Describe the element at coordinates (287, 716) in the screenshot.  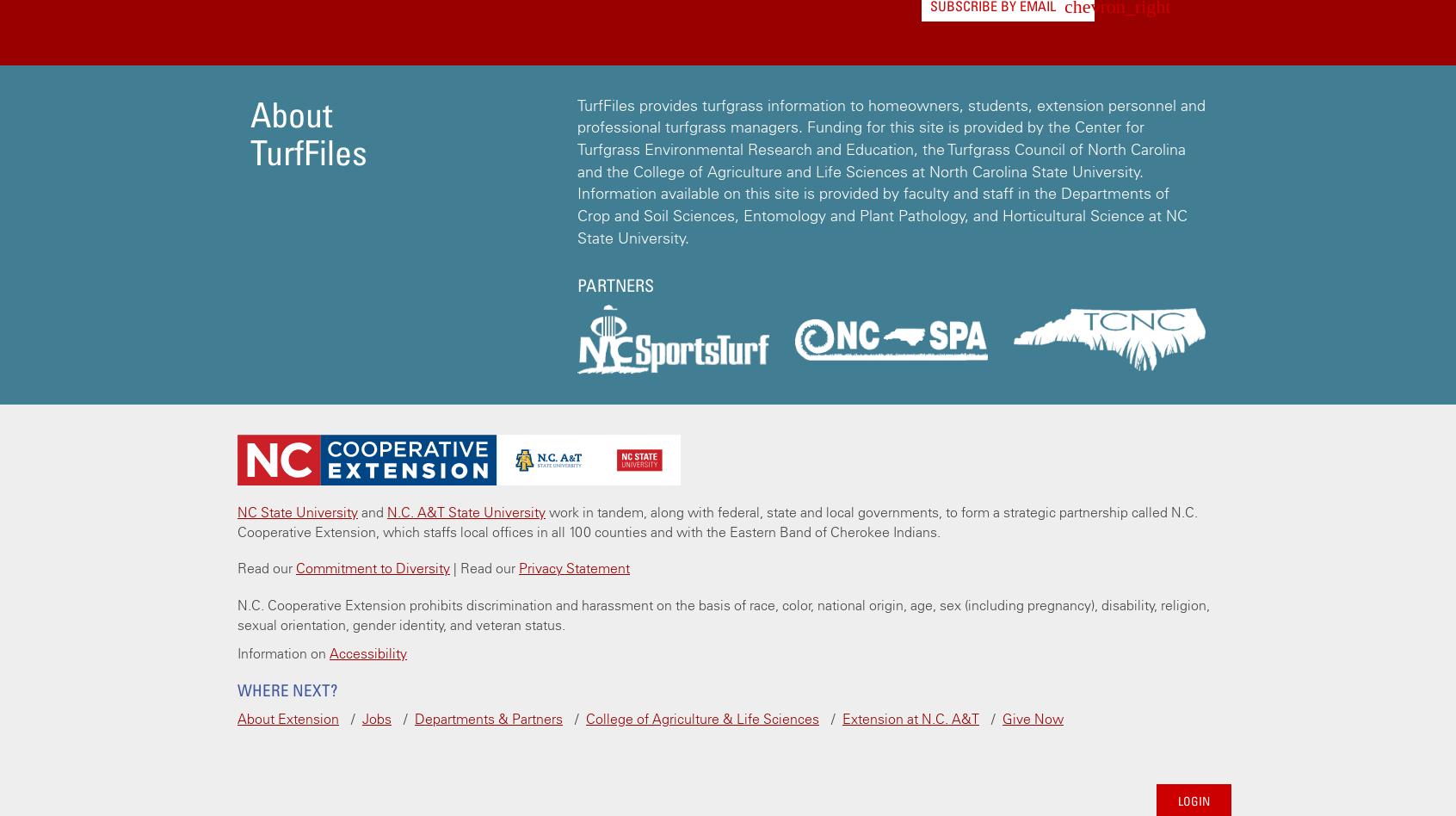
I see `'About Extension'` at that location.